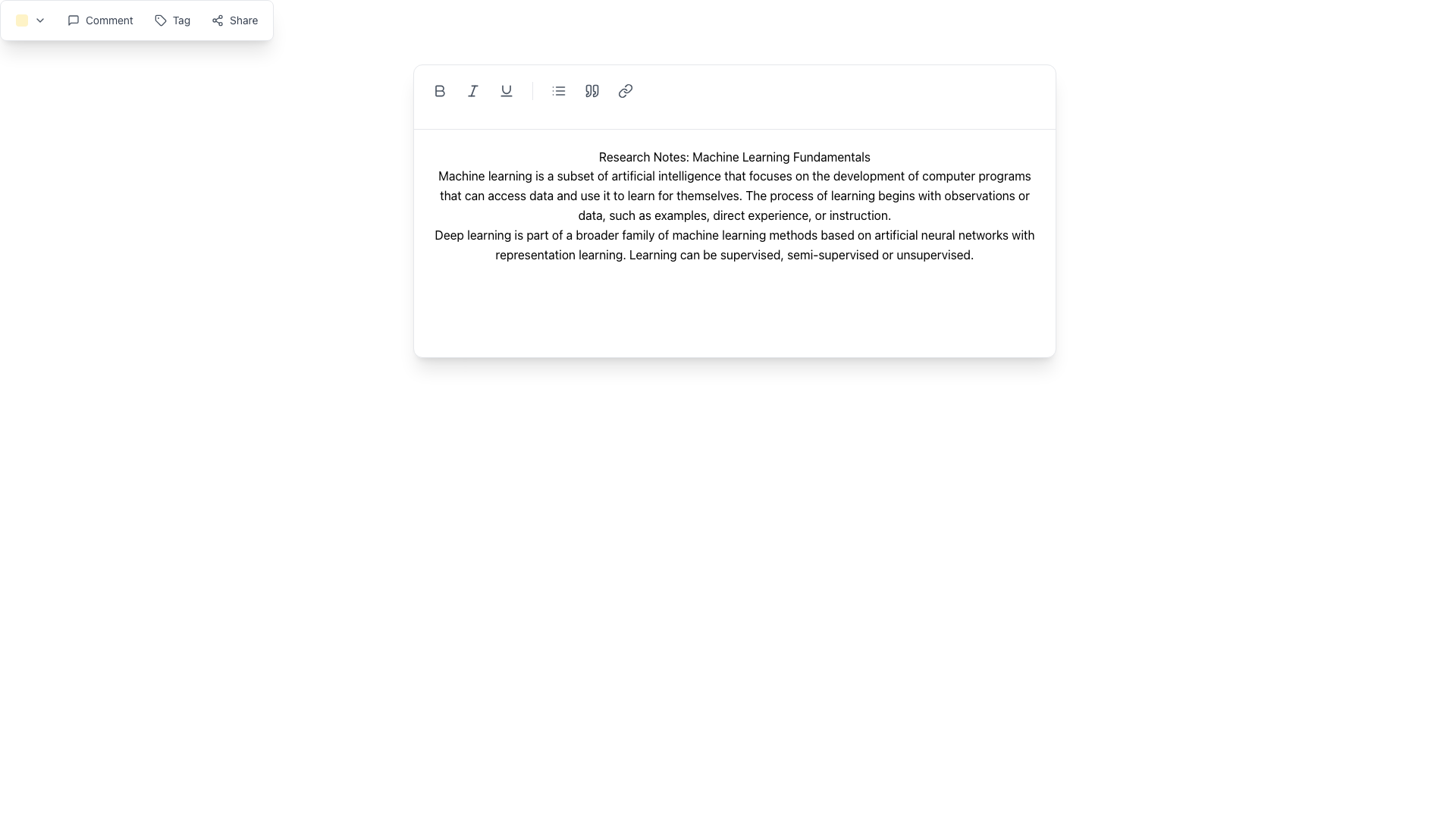  Describe the element at coordinates (506, 90) in the screenshot. I see `the underline button, which is the fourth icon in the formatting toolbar, to apply underline formatting to the selected text` at that location.